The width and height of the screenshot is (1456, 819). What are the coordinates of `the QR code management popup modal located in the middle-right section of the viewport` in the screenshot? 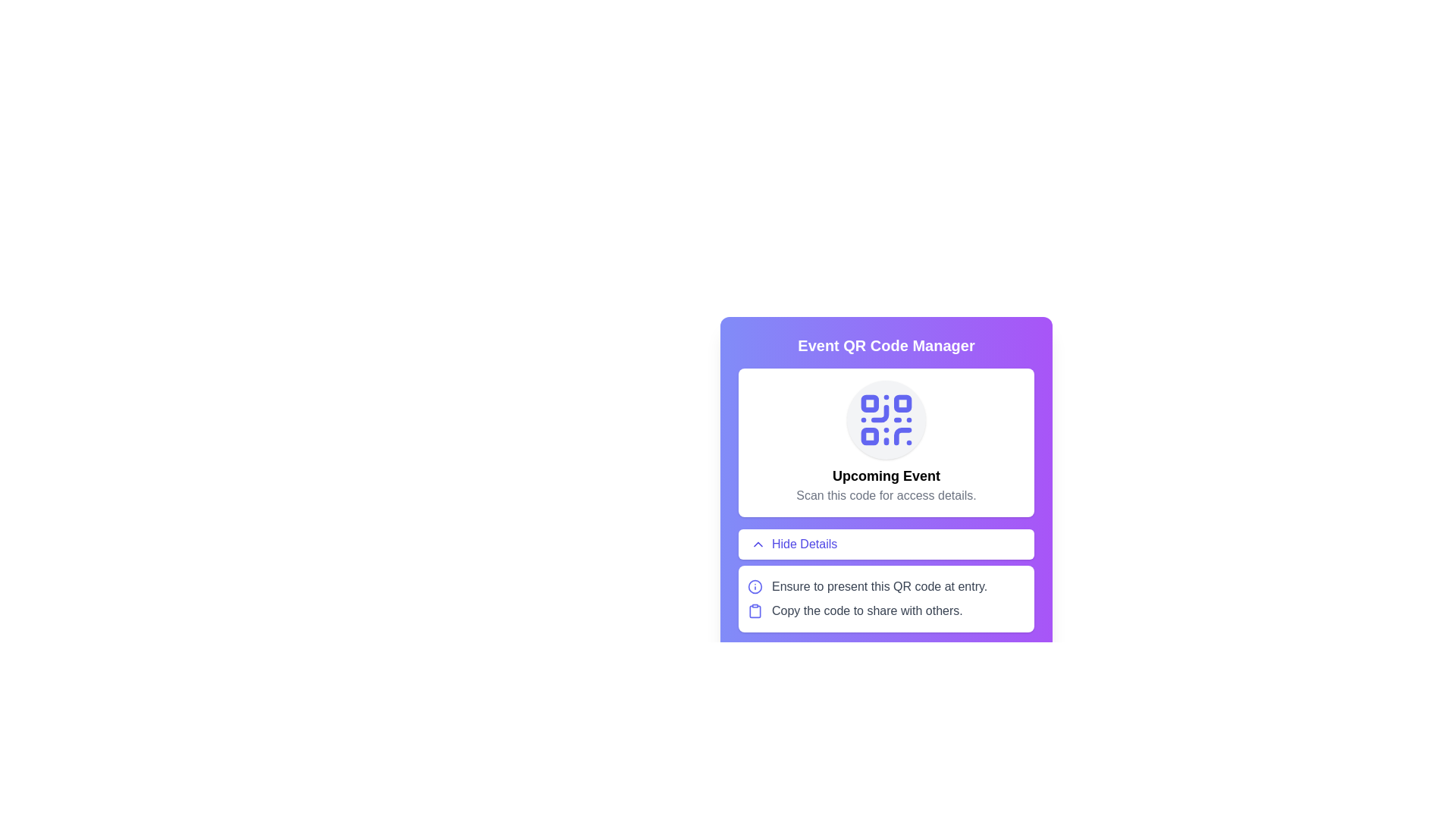 It's located at (886, 454).